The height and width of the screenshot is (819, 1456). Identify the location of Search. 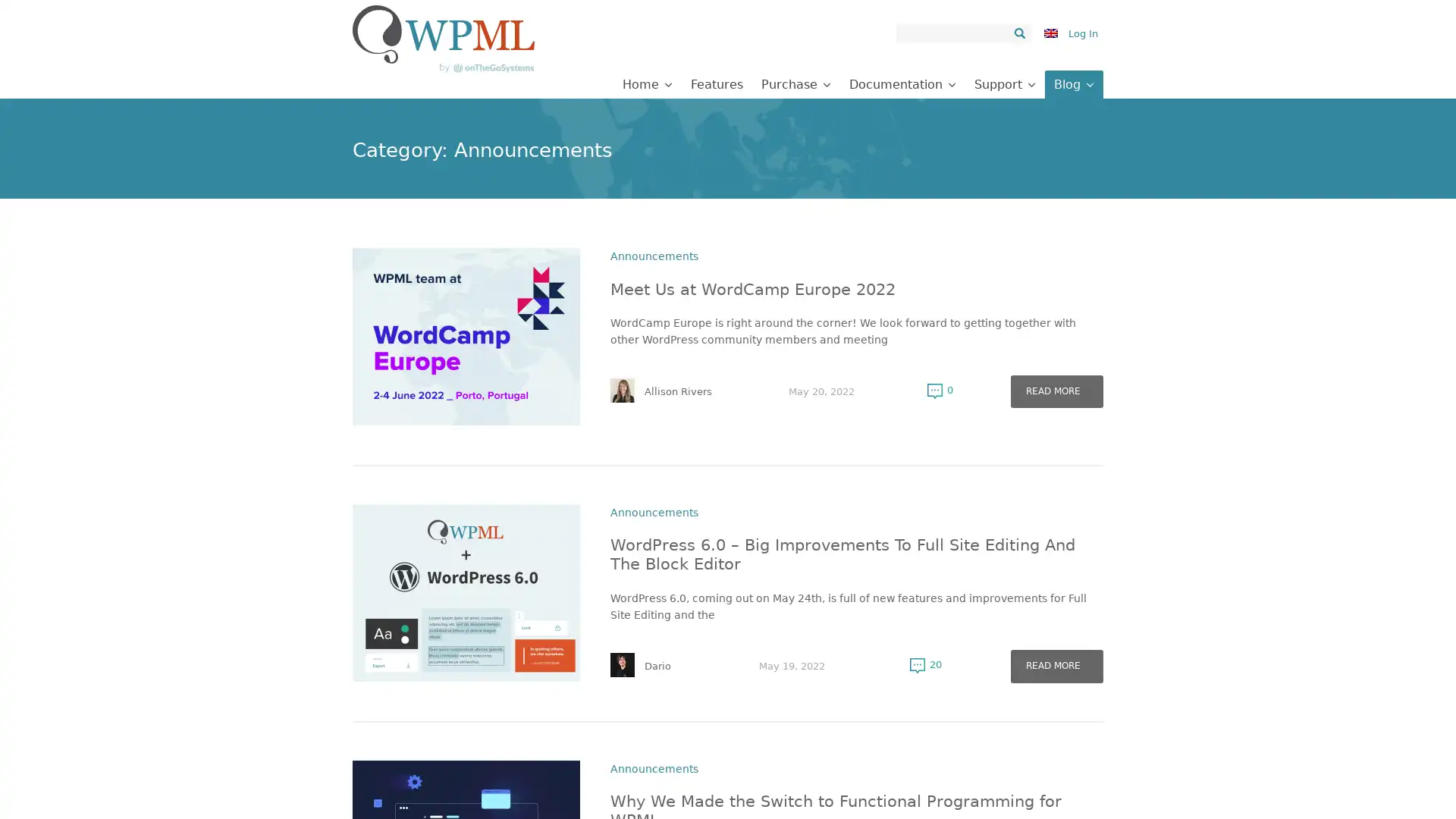
(1019, 33).